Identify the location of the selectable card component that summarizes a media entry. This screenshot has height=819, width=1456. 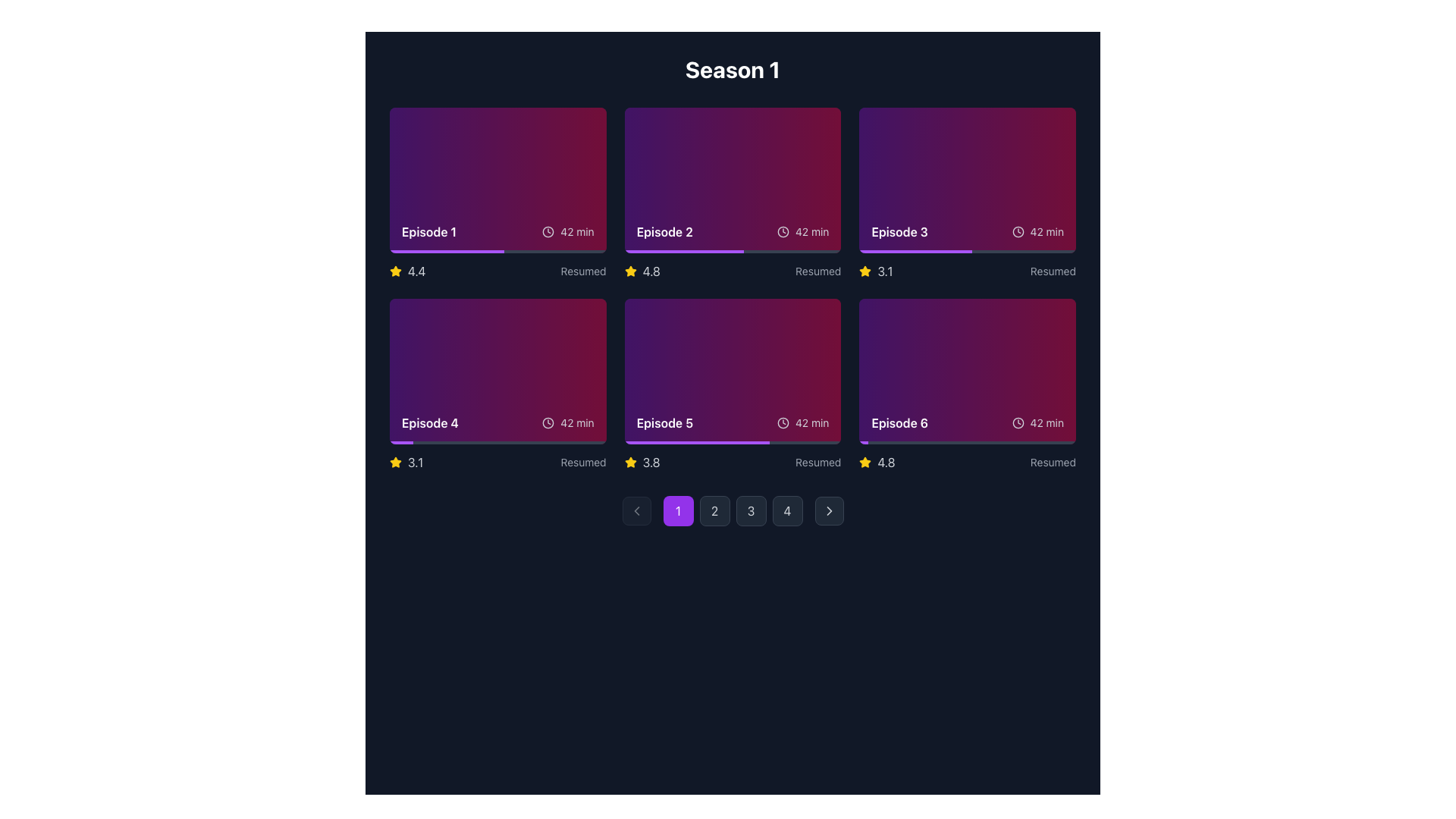
(733, 180).